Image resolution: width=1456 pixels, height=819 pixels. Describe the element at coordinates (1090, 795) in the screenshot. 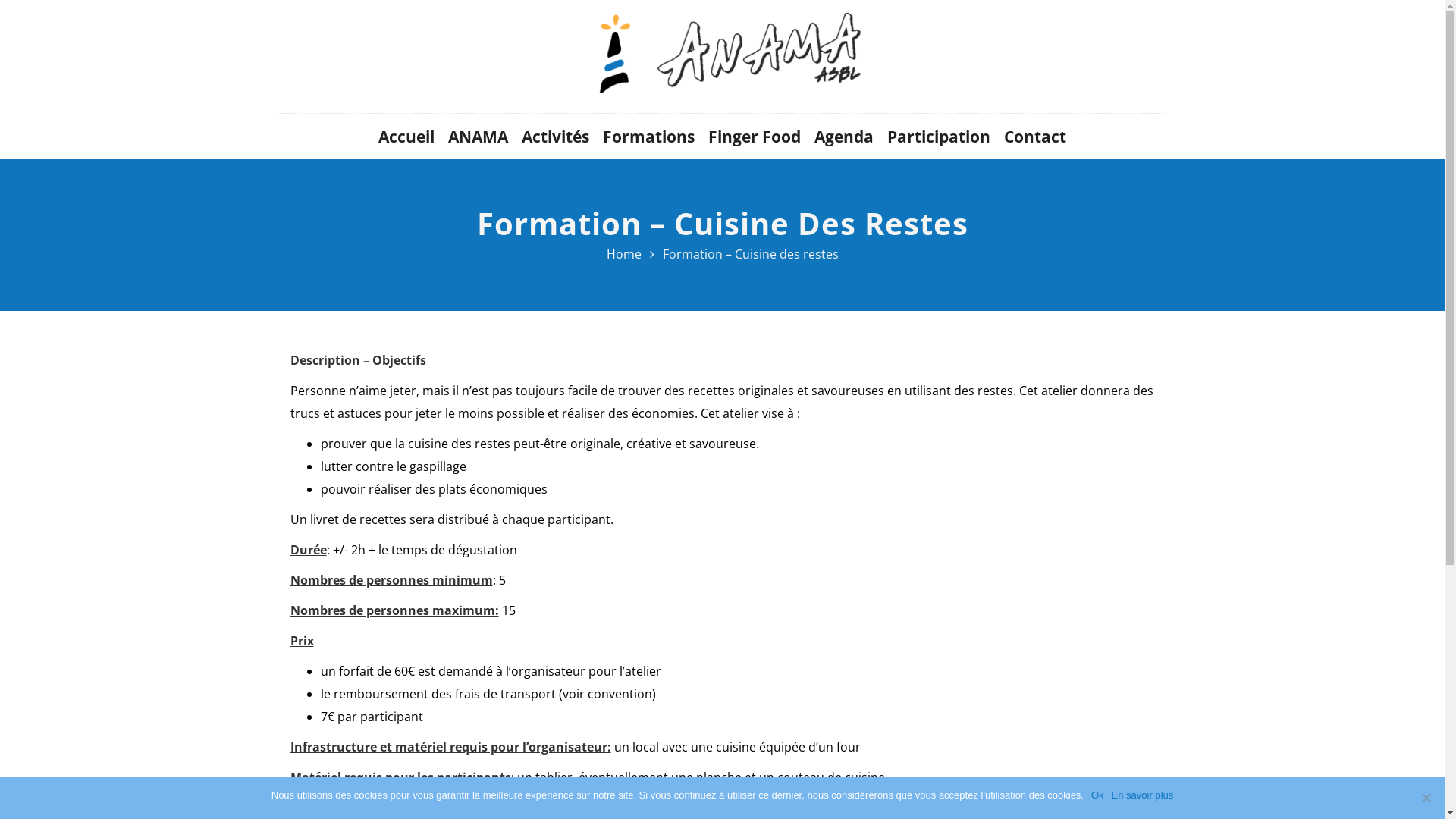

I see `'Ok'` at that location.